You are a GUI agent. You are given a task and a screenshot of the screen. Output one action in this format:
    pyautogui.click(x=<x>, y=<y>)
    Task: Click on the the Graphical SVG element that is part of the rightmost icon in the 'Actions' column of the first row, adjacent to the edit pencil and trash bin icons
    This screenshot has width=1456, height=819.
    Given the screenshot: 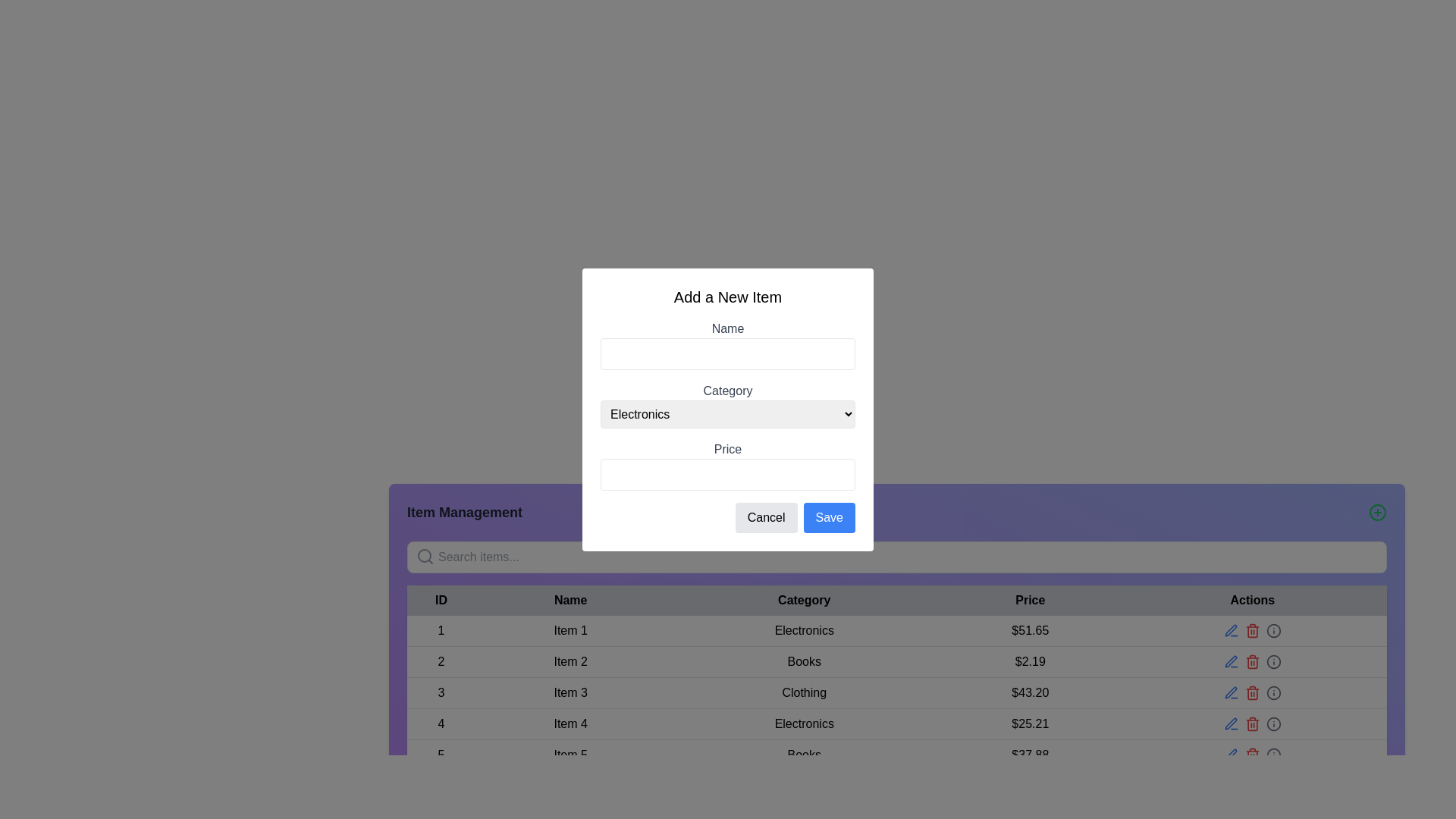 What is the action you would take?
    pyautogui.click(x=1273, y=631)
    